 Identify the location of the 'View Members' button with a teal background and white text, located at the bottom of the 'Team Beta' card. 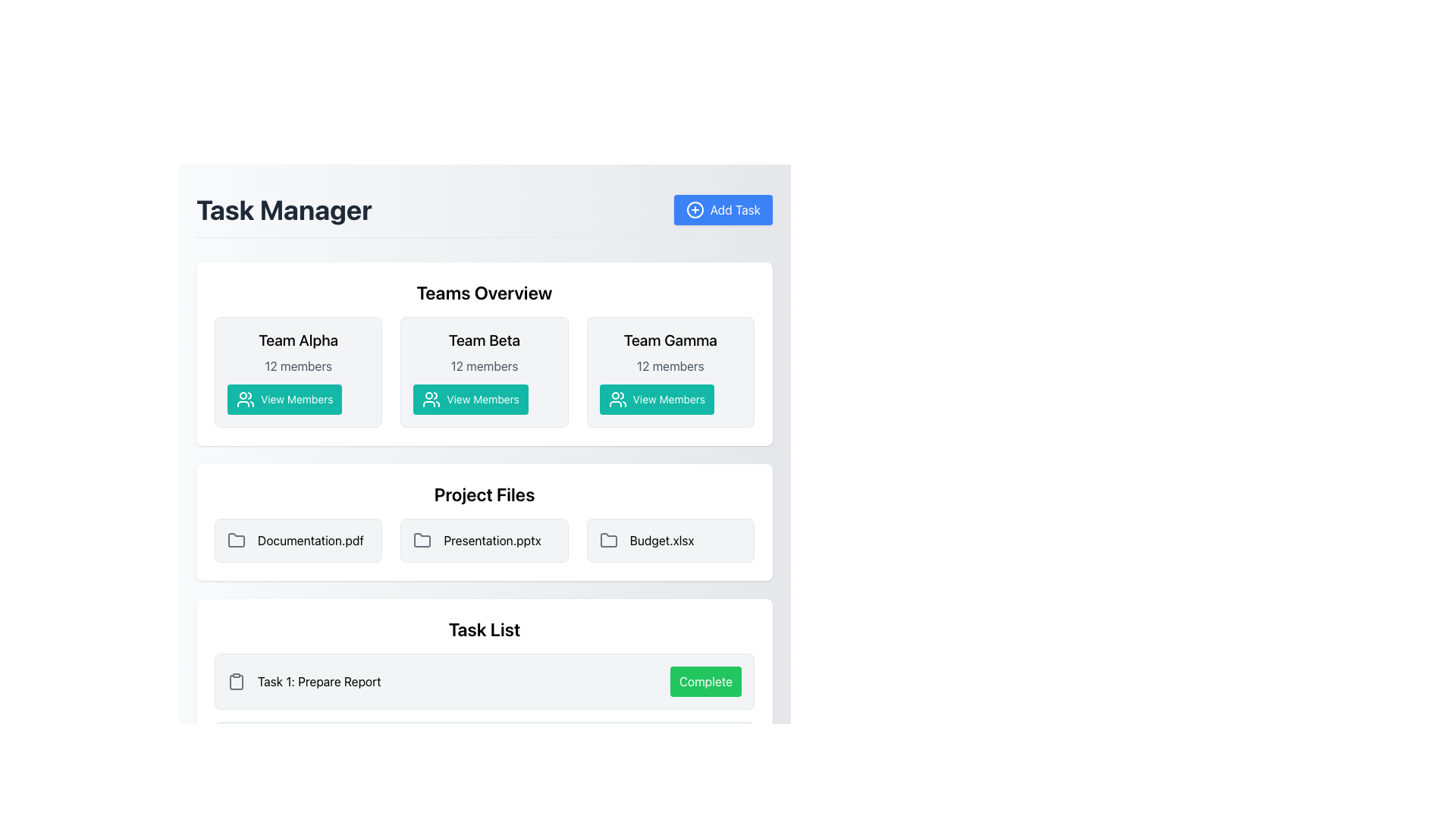
(470, 399).